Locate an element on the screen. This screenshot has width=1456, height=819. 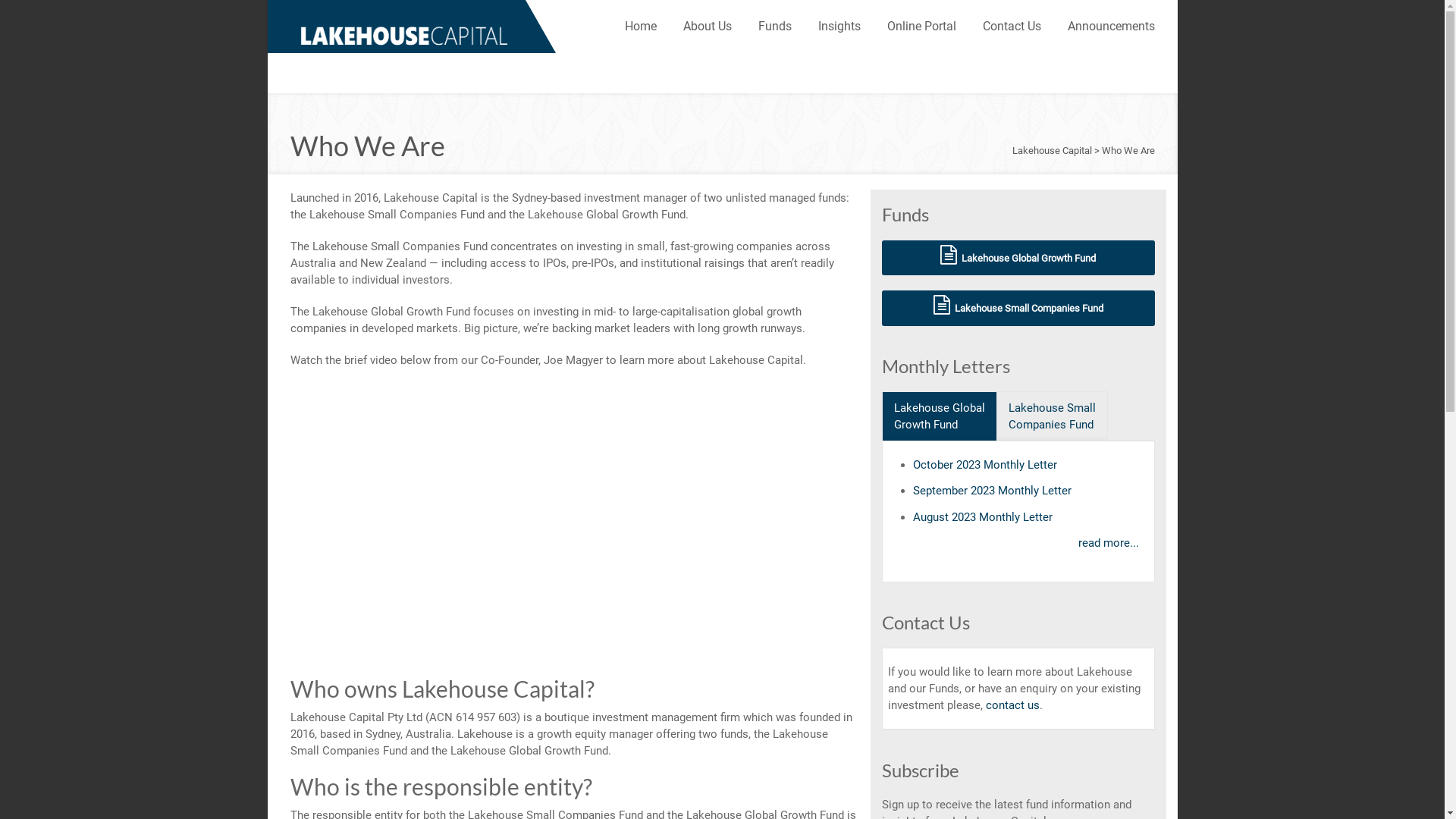
'Lakehouse Global is located at coordinates (938, 416).